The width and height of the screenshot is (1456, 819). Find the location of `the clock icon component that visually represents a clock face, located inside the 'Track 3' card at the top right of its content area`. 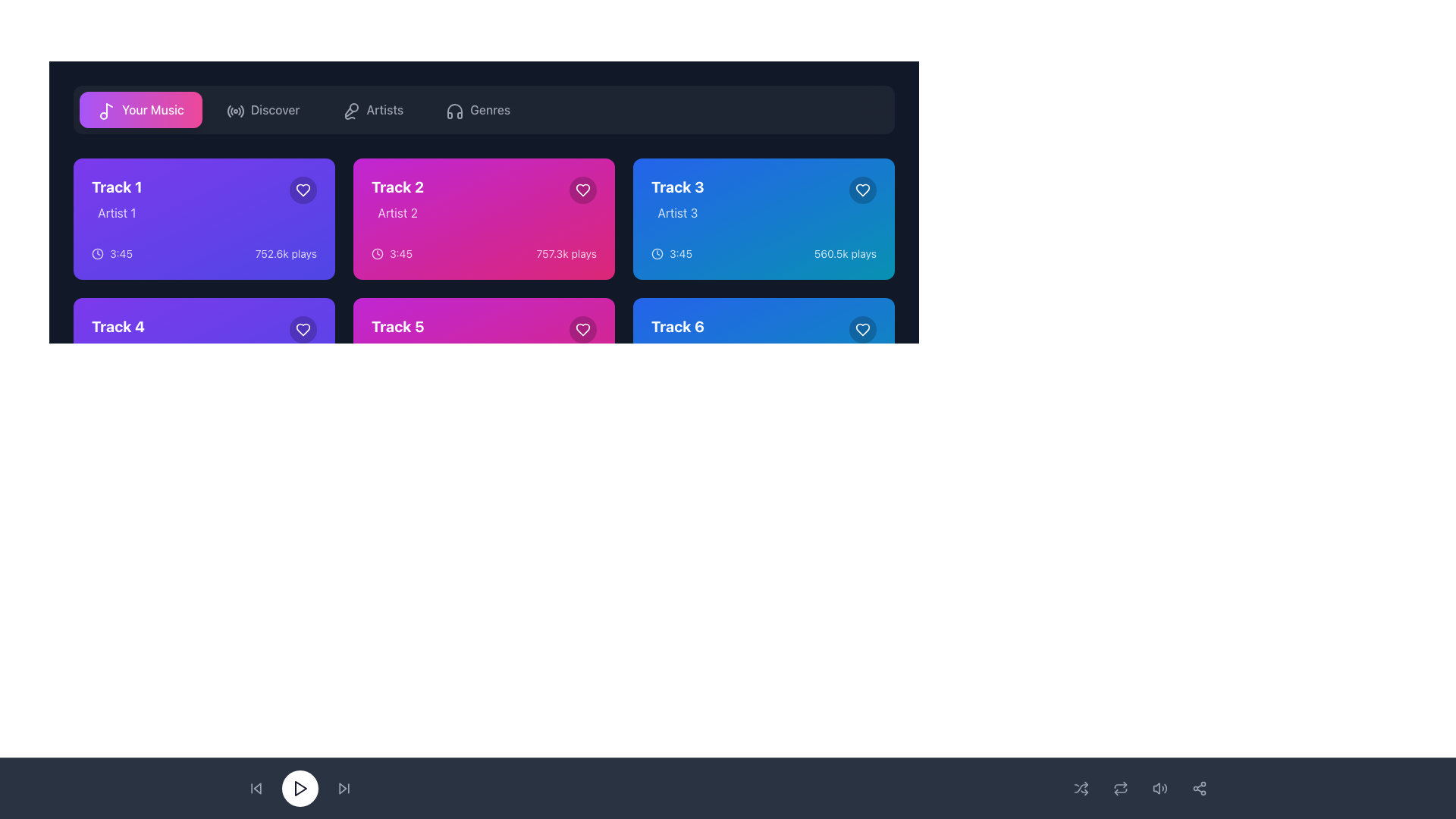

the clock icon component that visually represents a clock face, located inside the 'Track 3' card at the top right of its content area is located at coordinates (657, 253).